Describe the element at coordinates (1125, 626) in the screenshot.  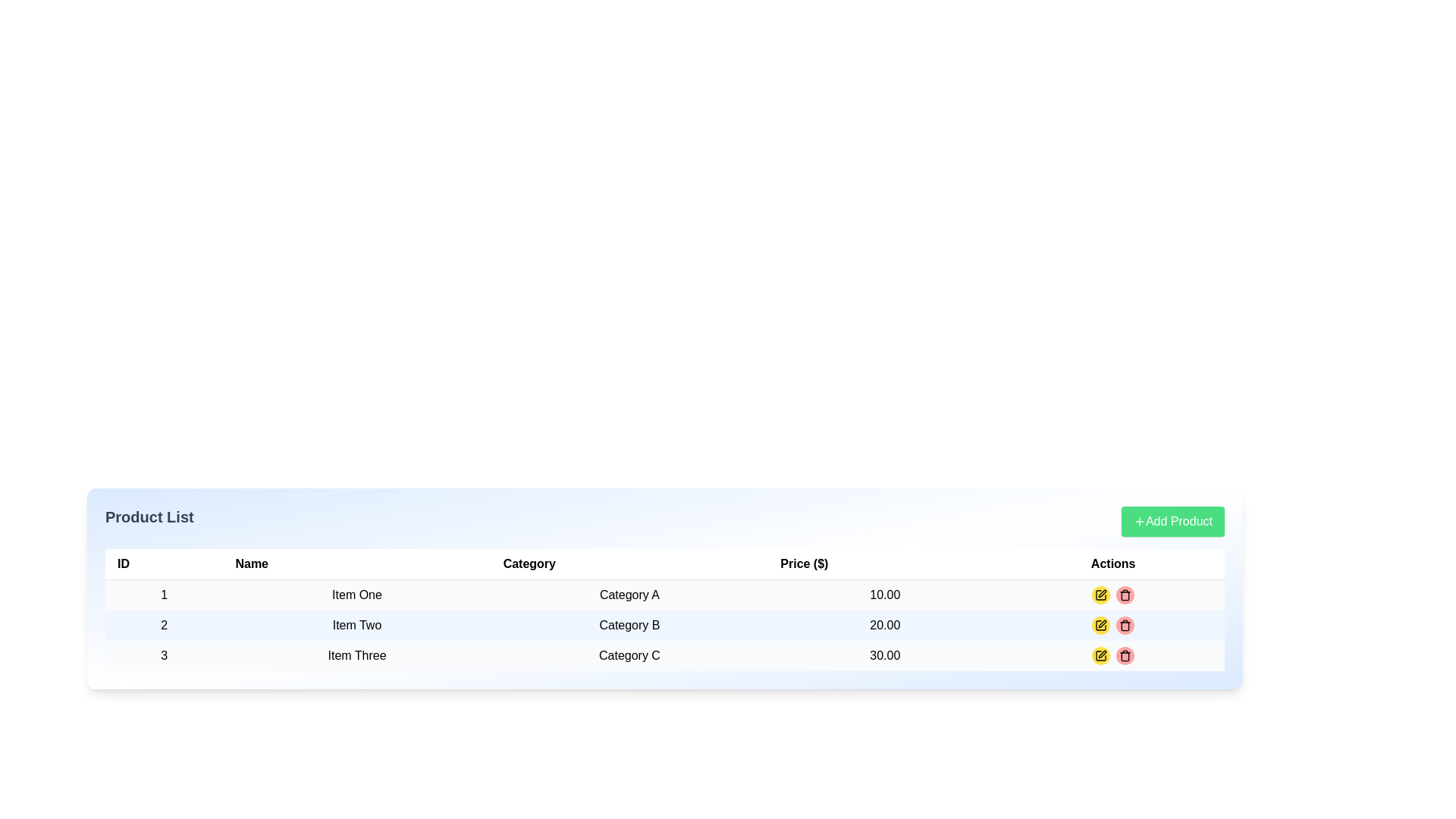
I see `the circular red delete button with a trash bin icon located in the 'Actions' column of the third row in the product list table` at that location.